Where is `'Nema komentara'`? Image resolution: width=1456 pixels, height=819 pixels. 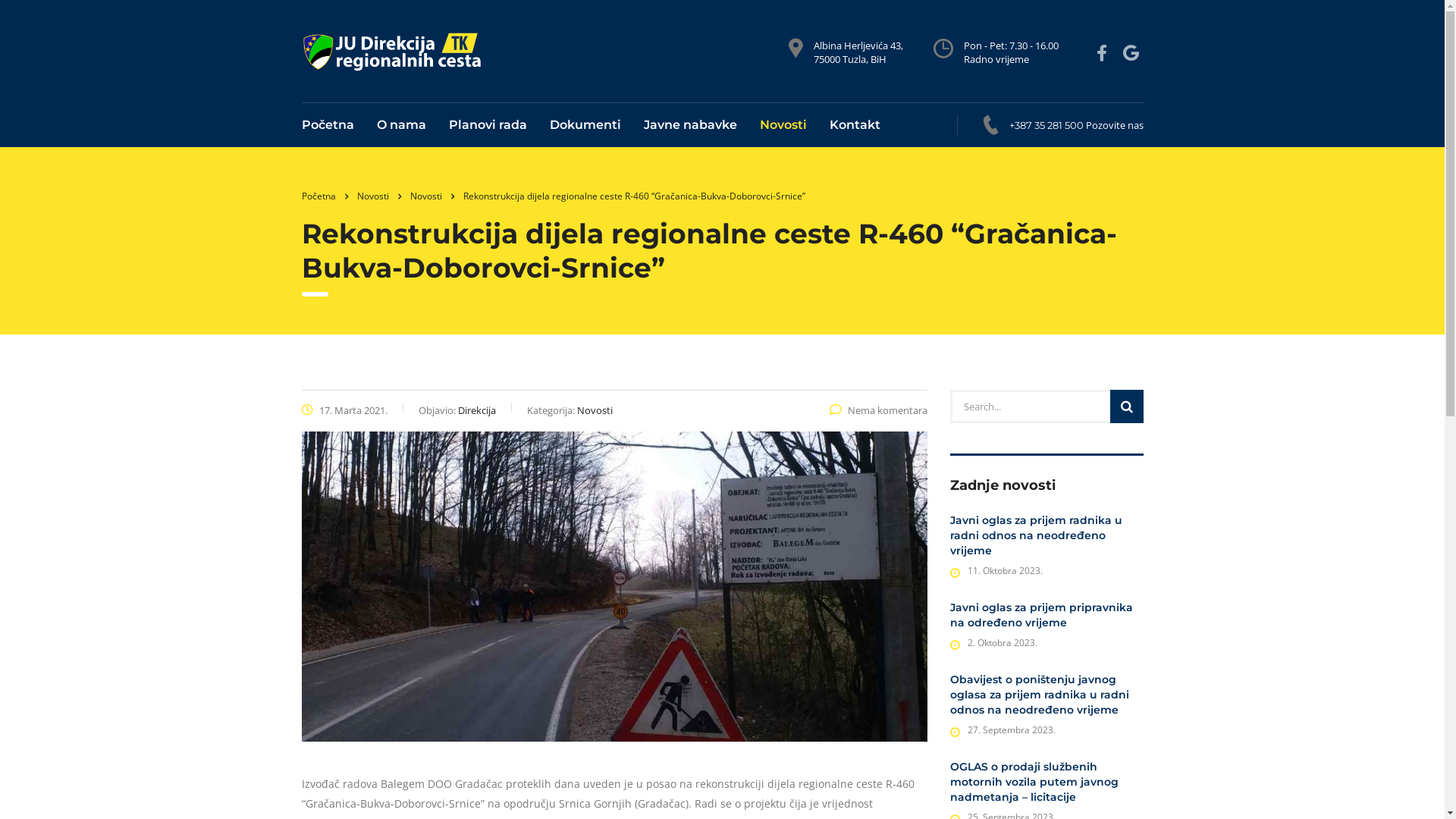
'Nema komentara' is located at coordinates (878, 409).